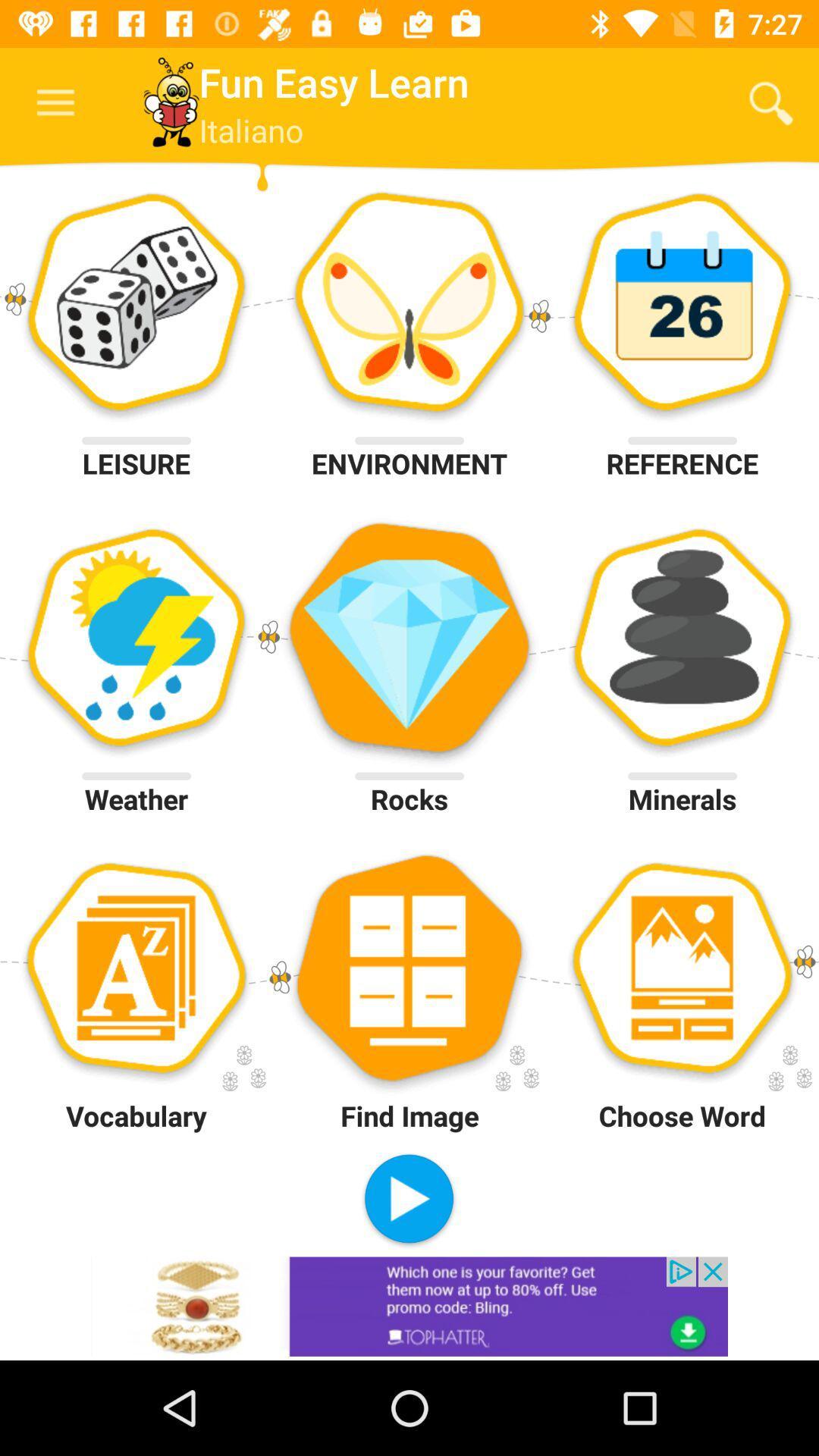 This screenshot has width=819, height=1456. Describe the element at coordinates (409, 1306) in the screenshot. I see `advertisement` at that location.